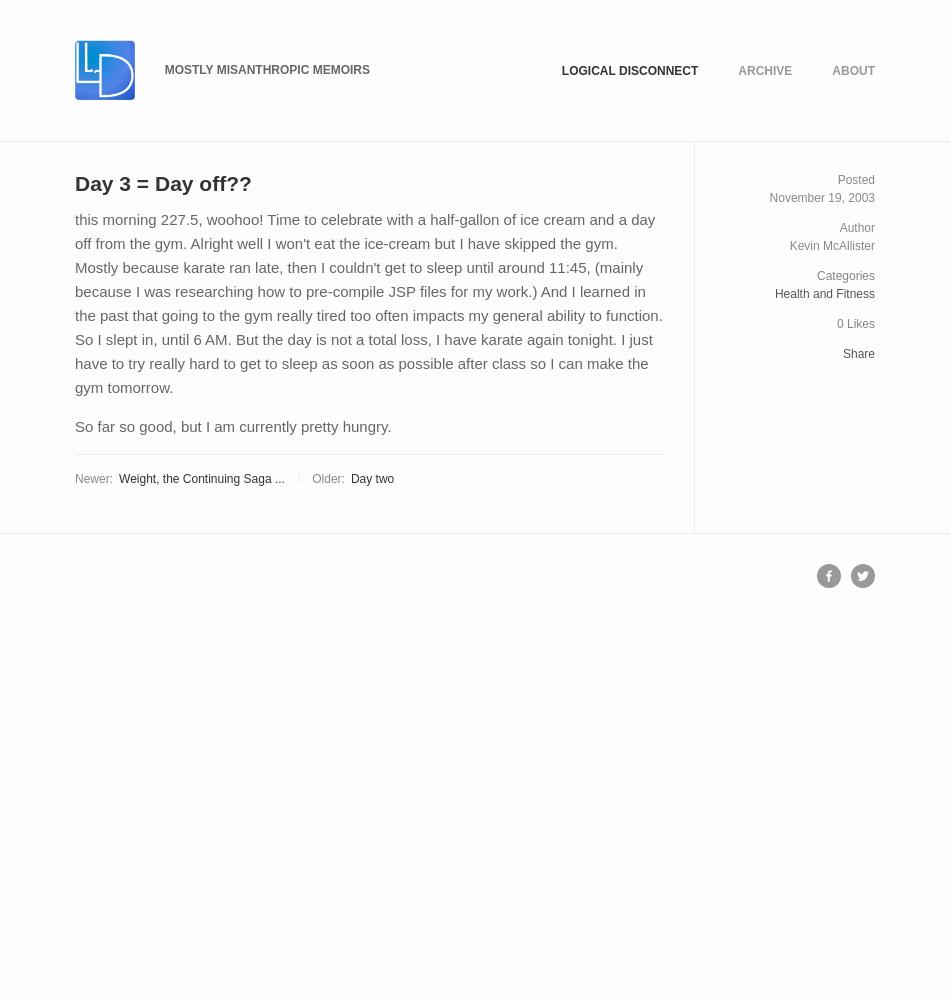  What do you see at coordinates (266, 69) in the screenshot?
I see `'Mostly Misanthropic Memoirs'` at bounding box center [266, 69].